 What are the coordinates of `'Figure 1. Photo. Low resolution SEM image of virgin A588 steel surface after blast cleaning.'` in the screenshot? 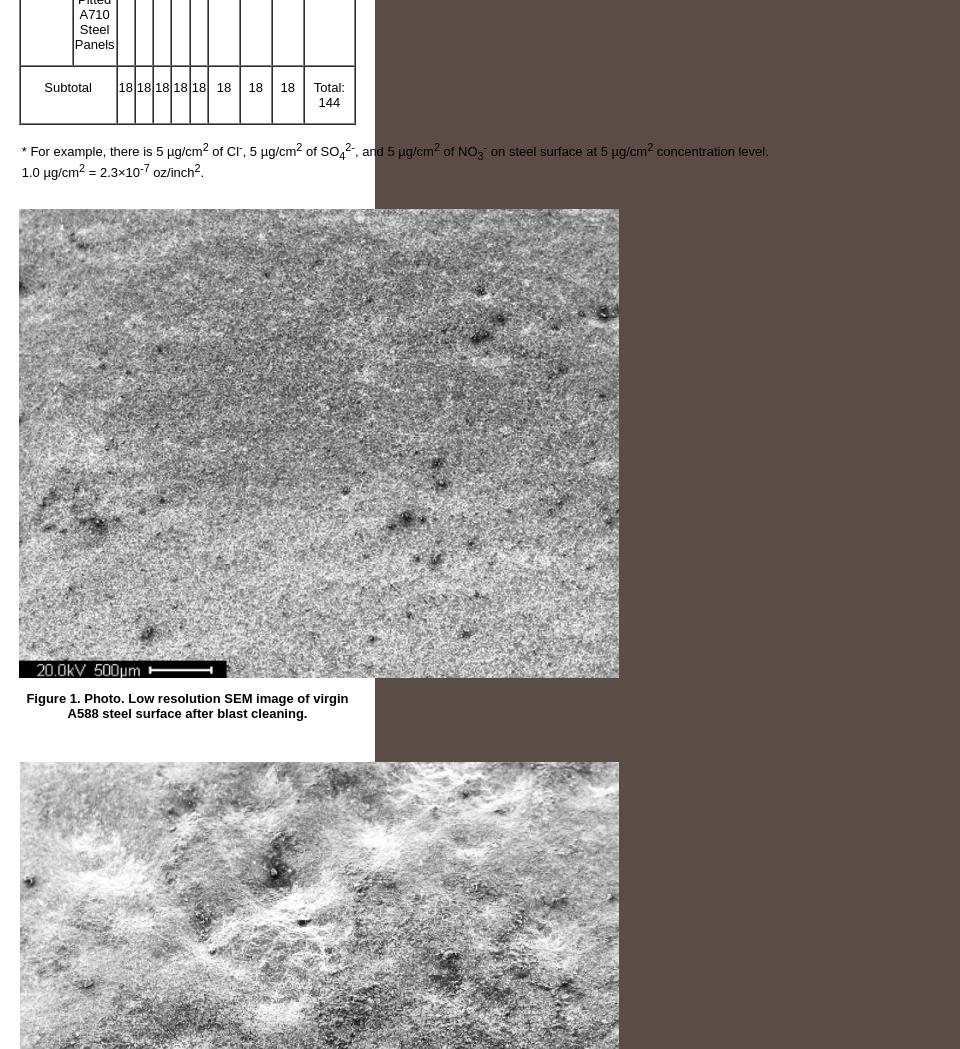 It's located at (25, 705).